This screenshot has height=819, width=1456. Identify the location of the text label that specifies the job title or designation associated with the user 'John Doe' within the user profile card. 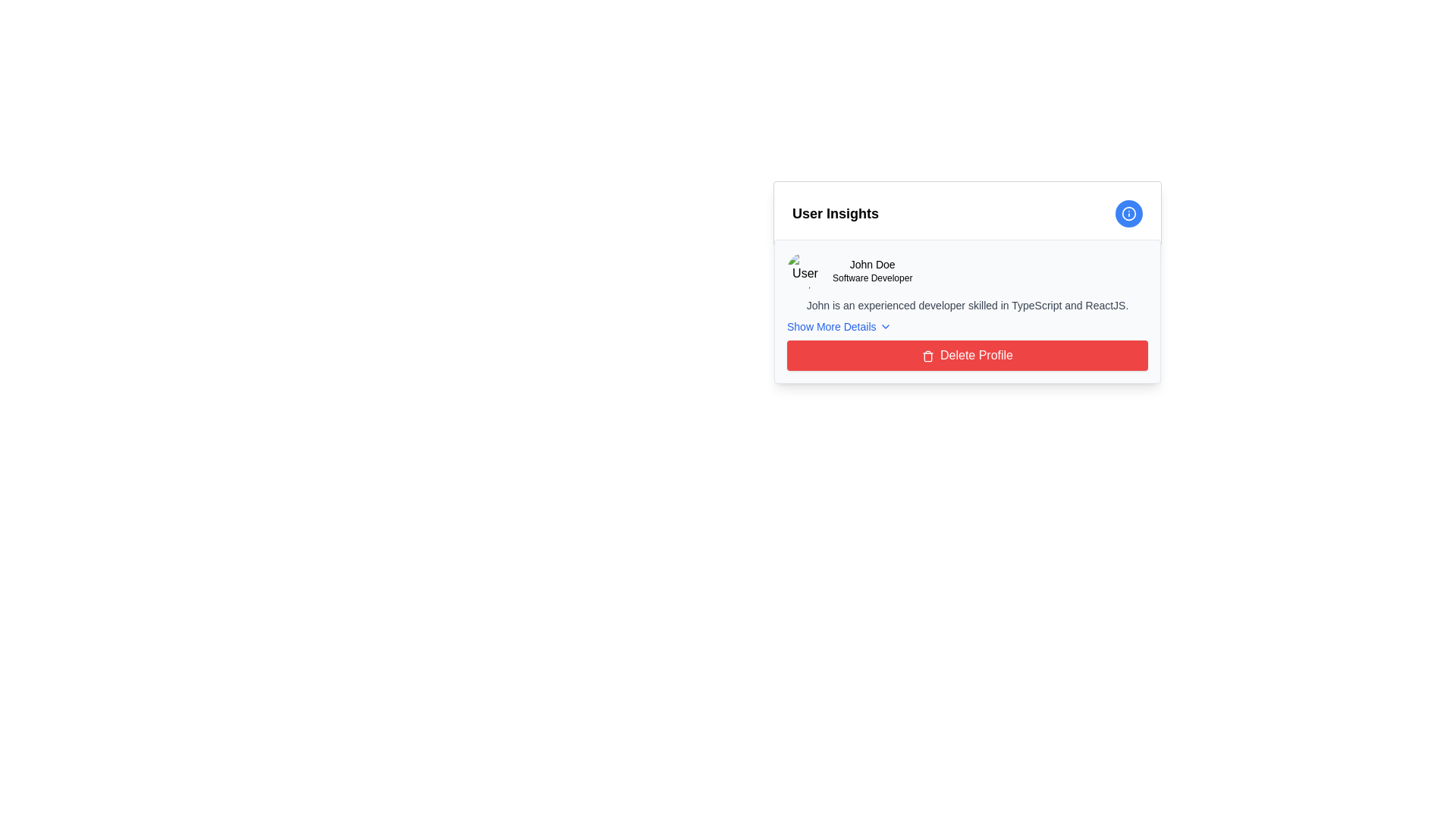
(872, 278).